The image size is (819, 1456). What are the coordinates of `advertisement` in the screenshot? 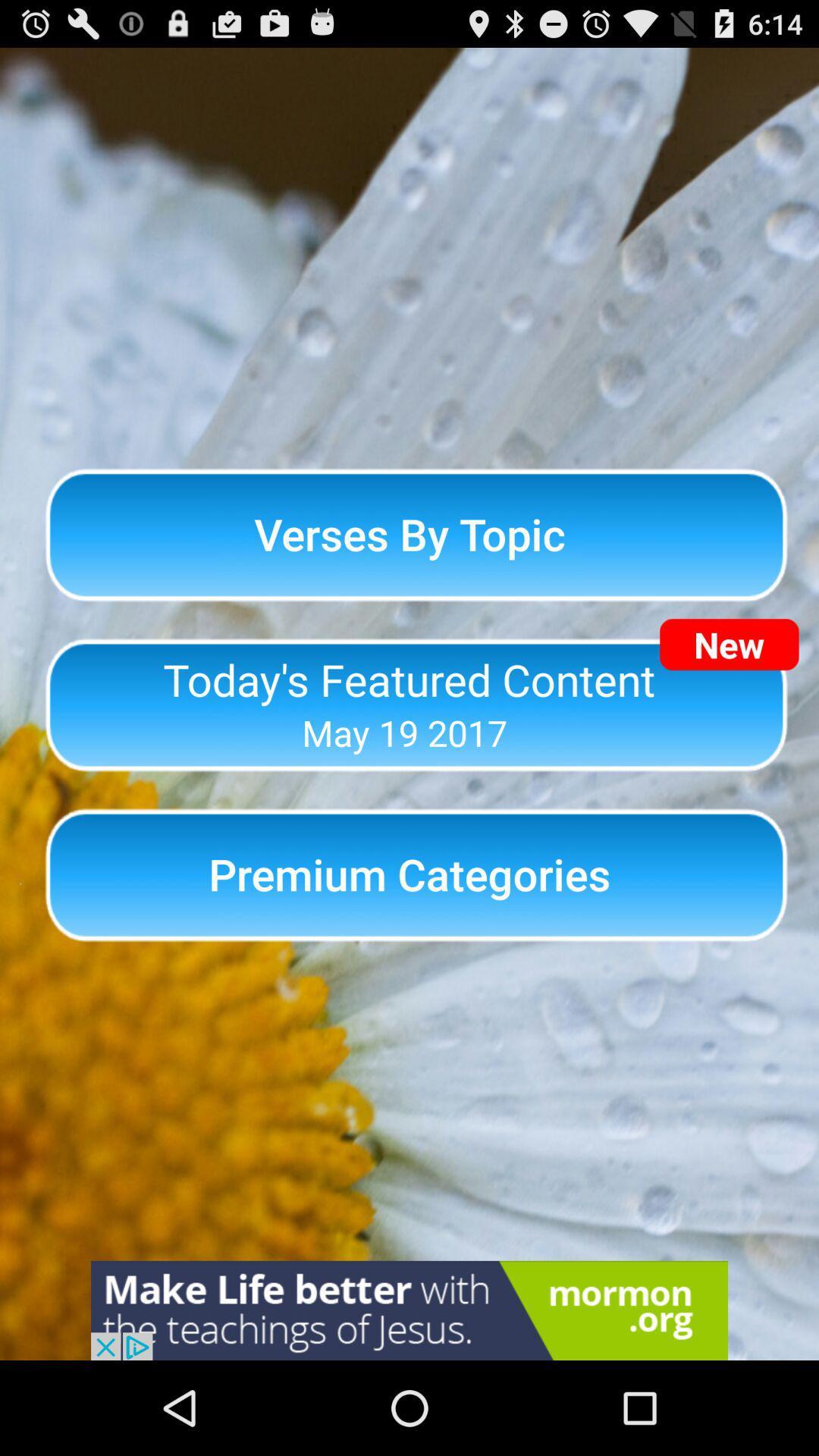 It's located at (409, 1310).